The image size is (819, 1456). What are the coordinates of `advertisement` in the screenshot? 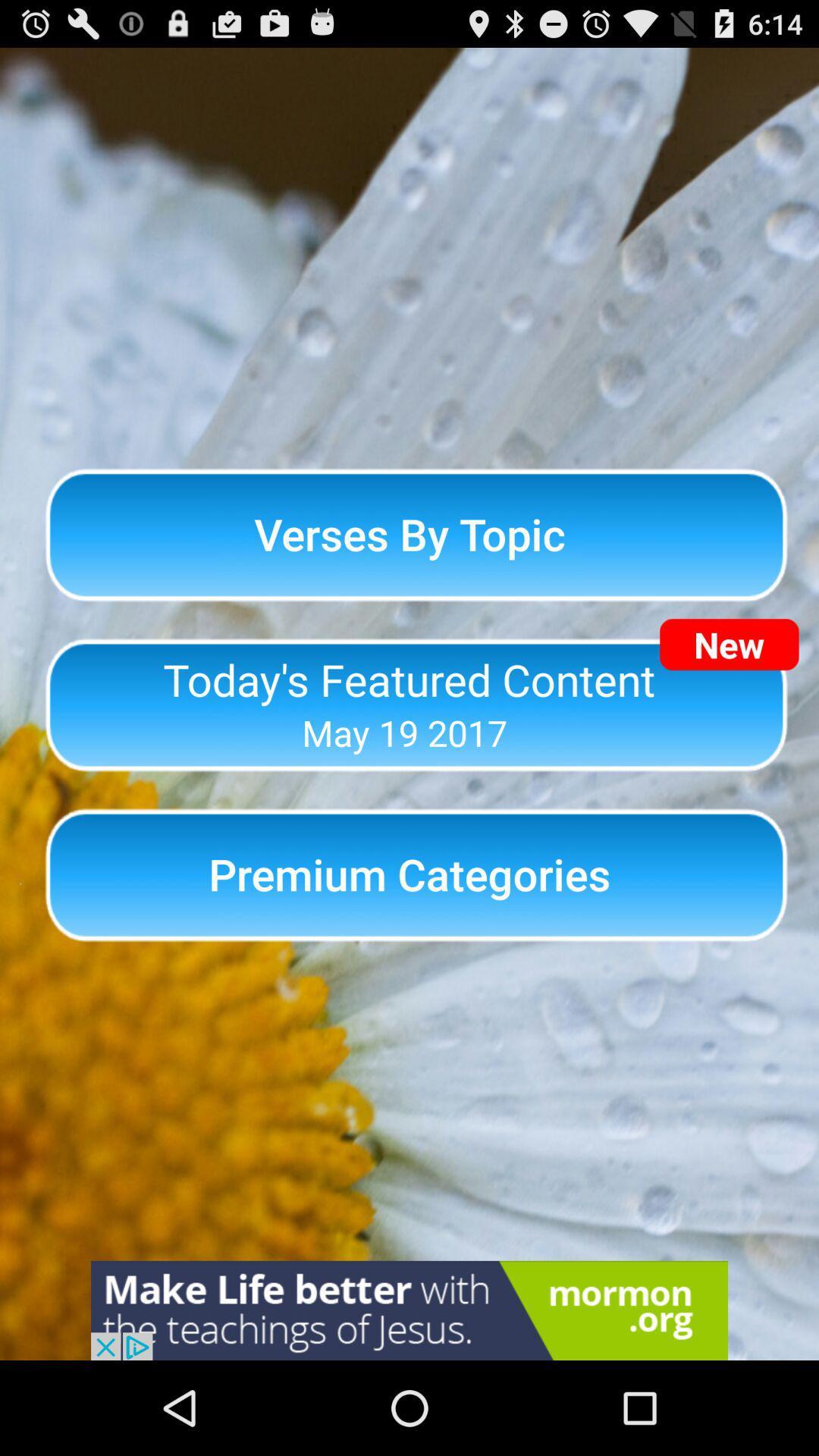 It's located at (409, 1310).